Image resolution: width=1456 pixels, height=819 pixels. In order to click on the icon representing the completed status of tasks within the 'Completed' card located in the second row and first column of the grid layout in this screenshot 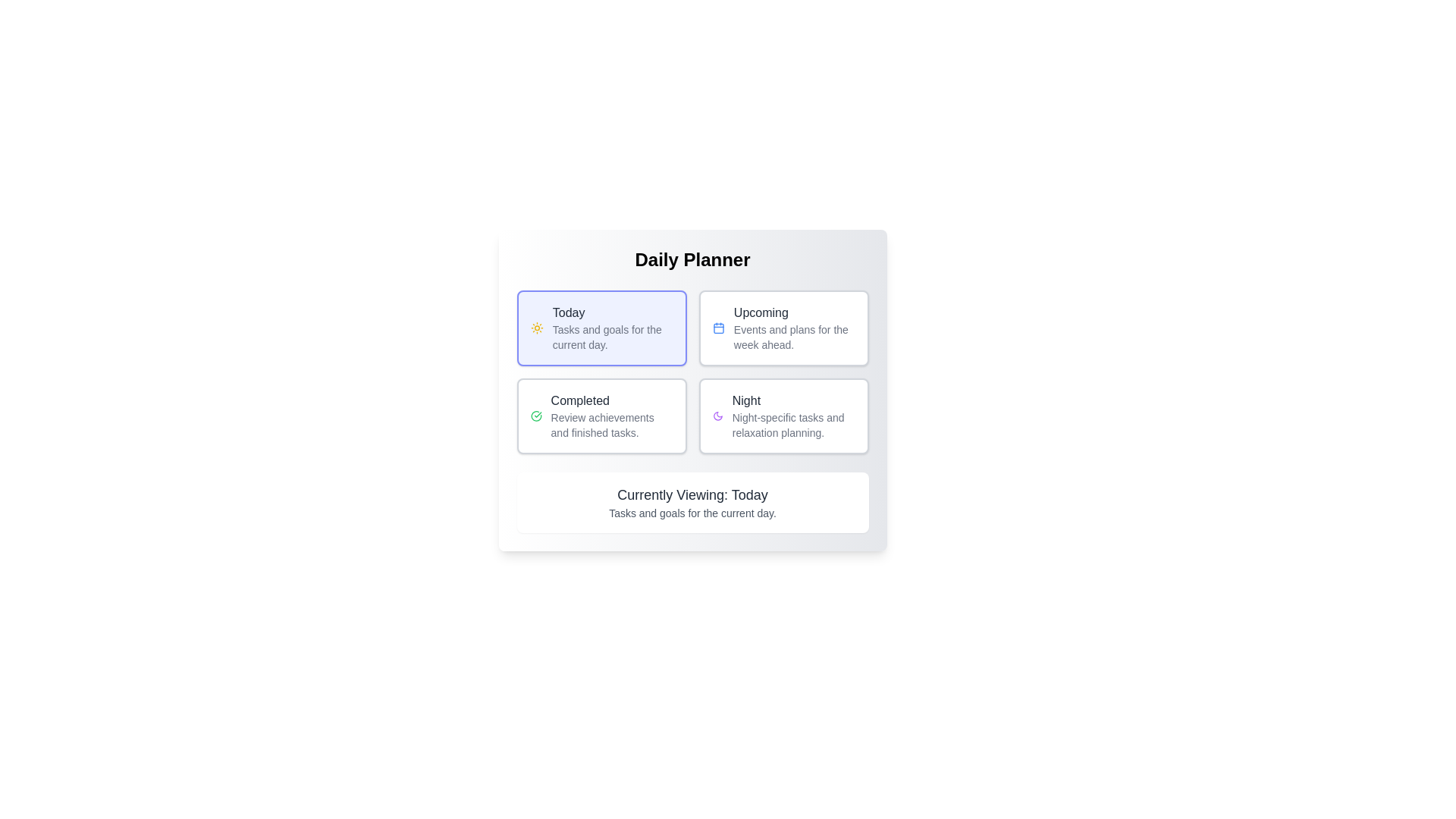, I will do `click(535, 416)`.